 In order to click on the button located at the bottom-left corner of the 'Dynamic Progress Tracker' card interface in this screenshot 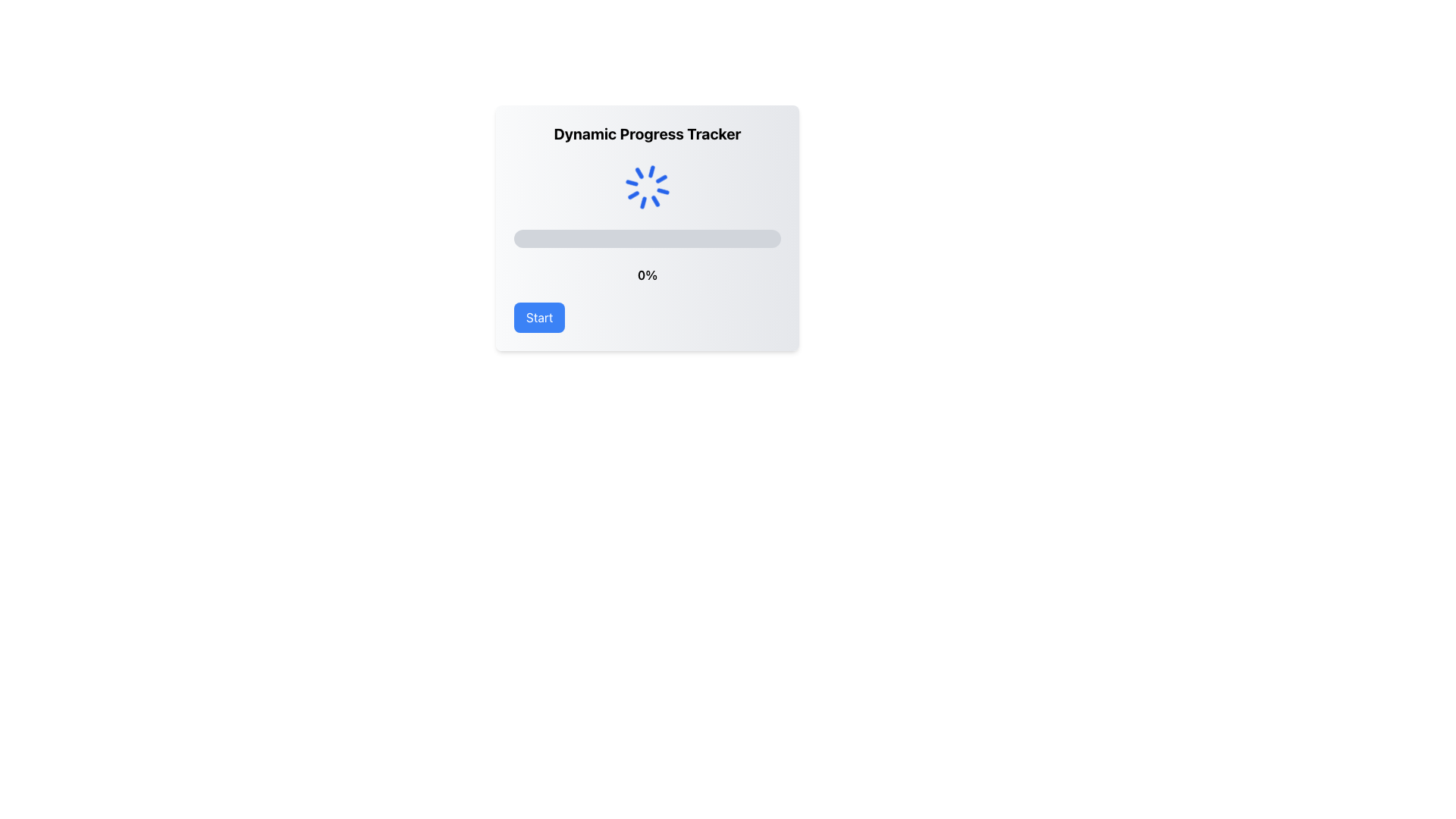, I will do `click(539, 317)`.